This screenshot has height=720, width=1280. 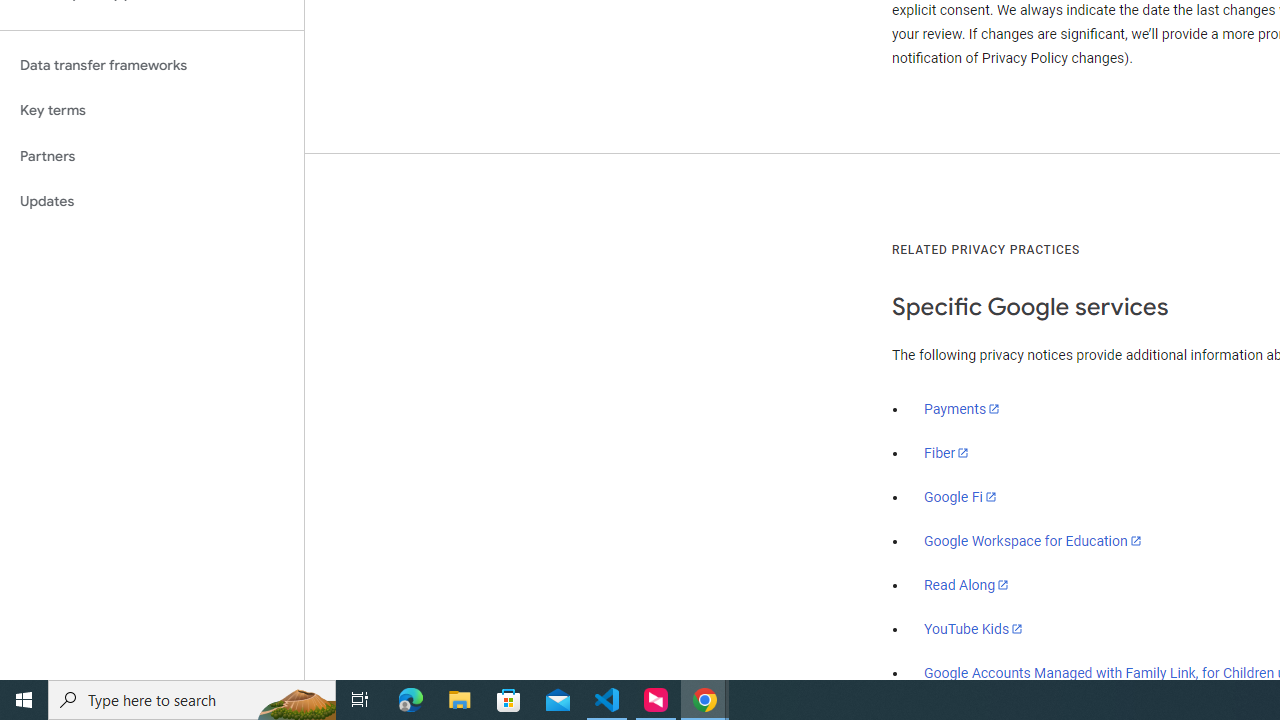 I want to click on 'Google Workspace for Education', so click(x=1032, y=541).